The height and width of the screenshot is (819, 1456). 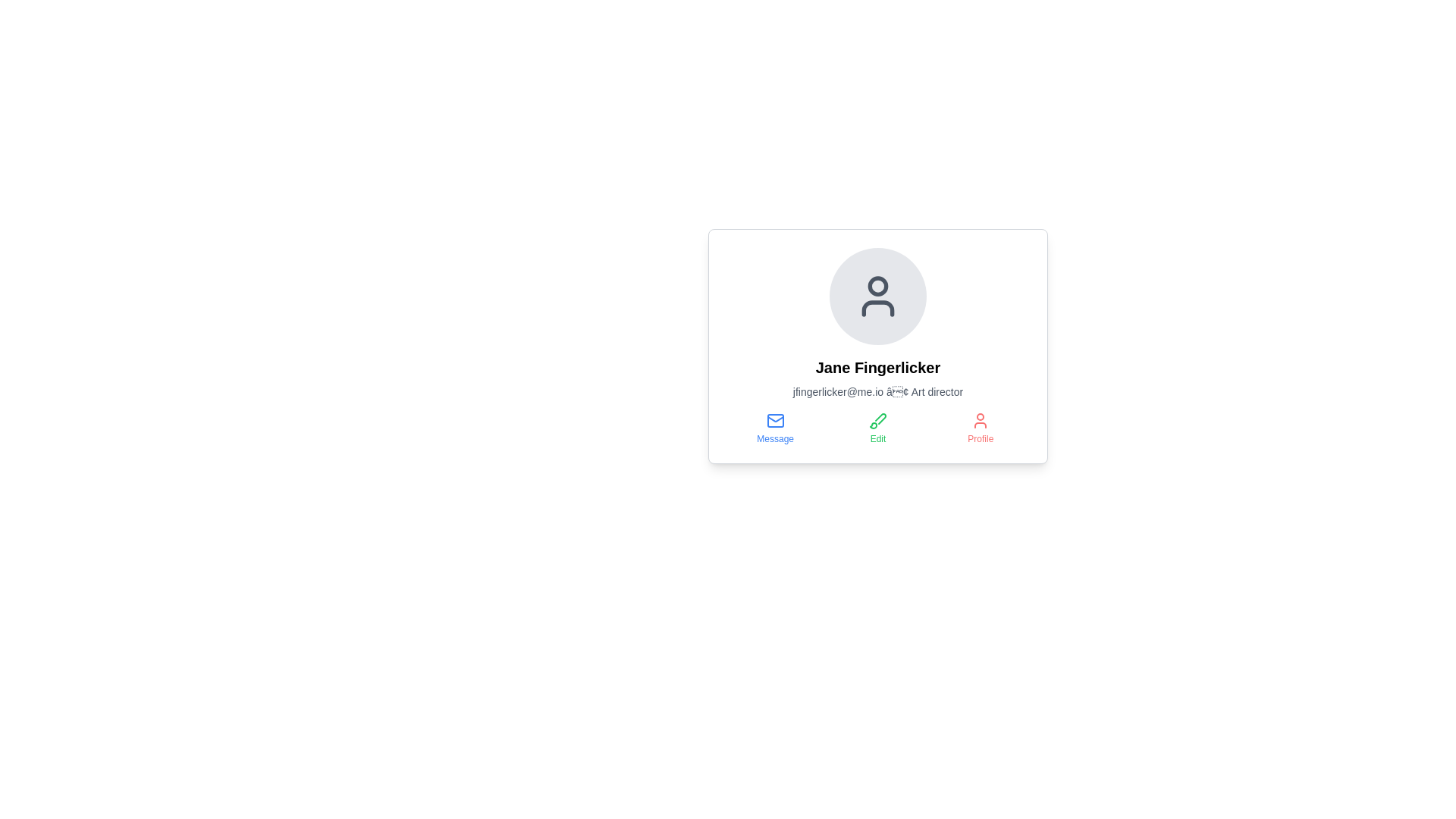 I want to click on name displayed in the header text, which is 'Jane Fingerlicker', prominently styled in bold font within the profile card layout, so click(x=877, y=368).